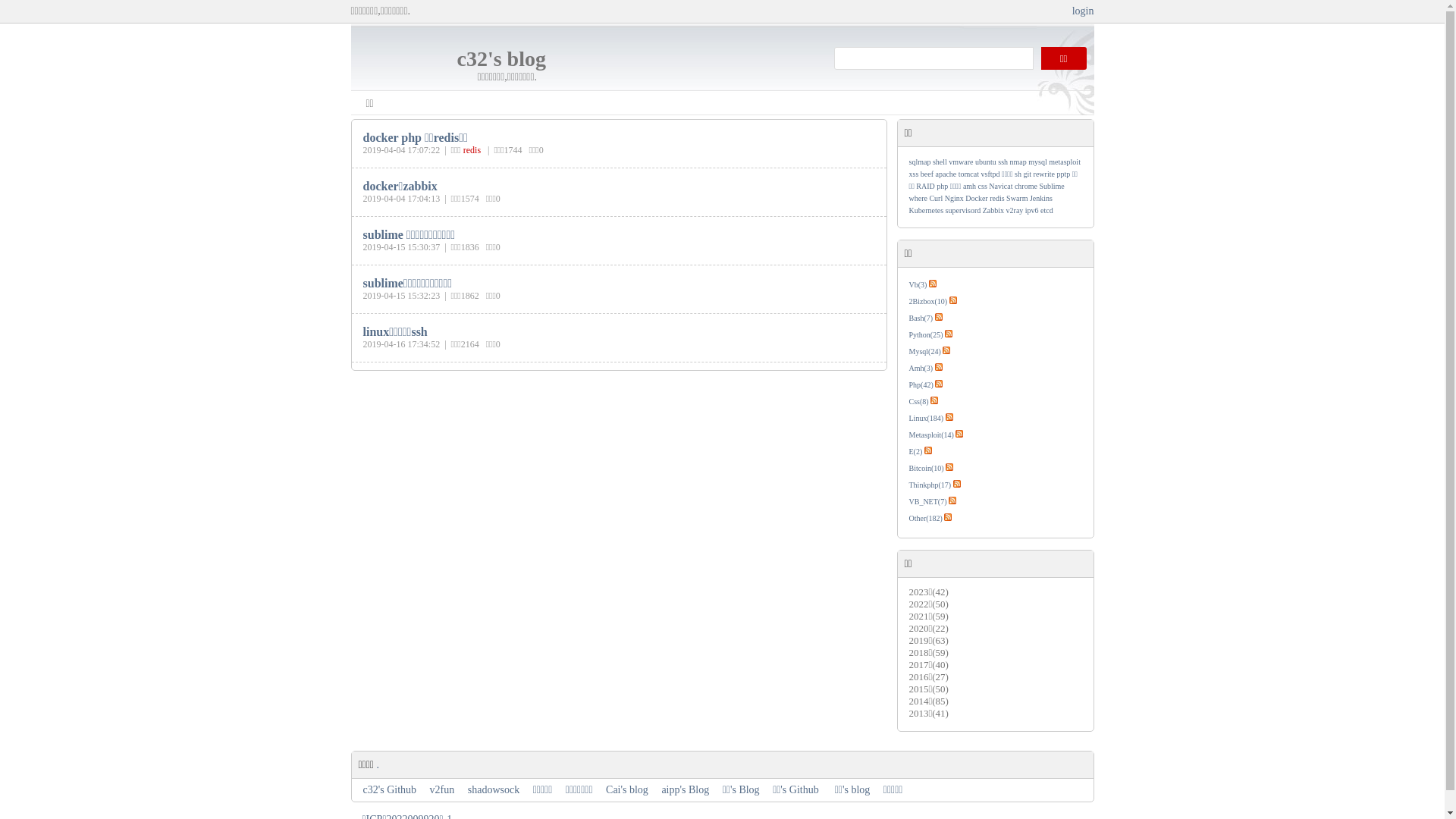  Describe the element at coordinates (1015, 210) in the screenshot. I see `'v2ray'` at that location.